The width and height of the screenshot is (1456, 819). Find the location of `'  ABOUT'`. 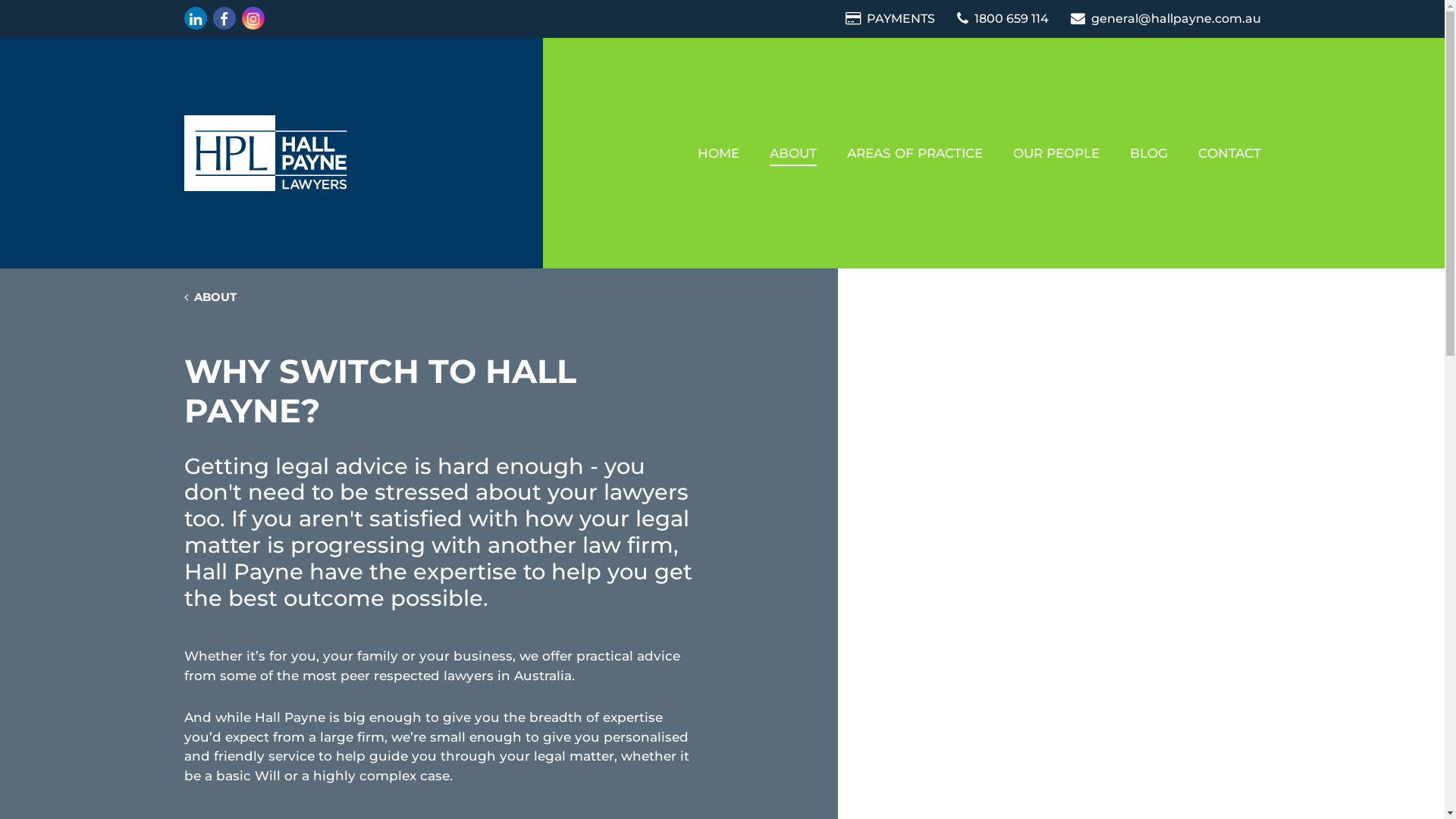

'  ABOUT' is located at coordinates (209, 297).